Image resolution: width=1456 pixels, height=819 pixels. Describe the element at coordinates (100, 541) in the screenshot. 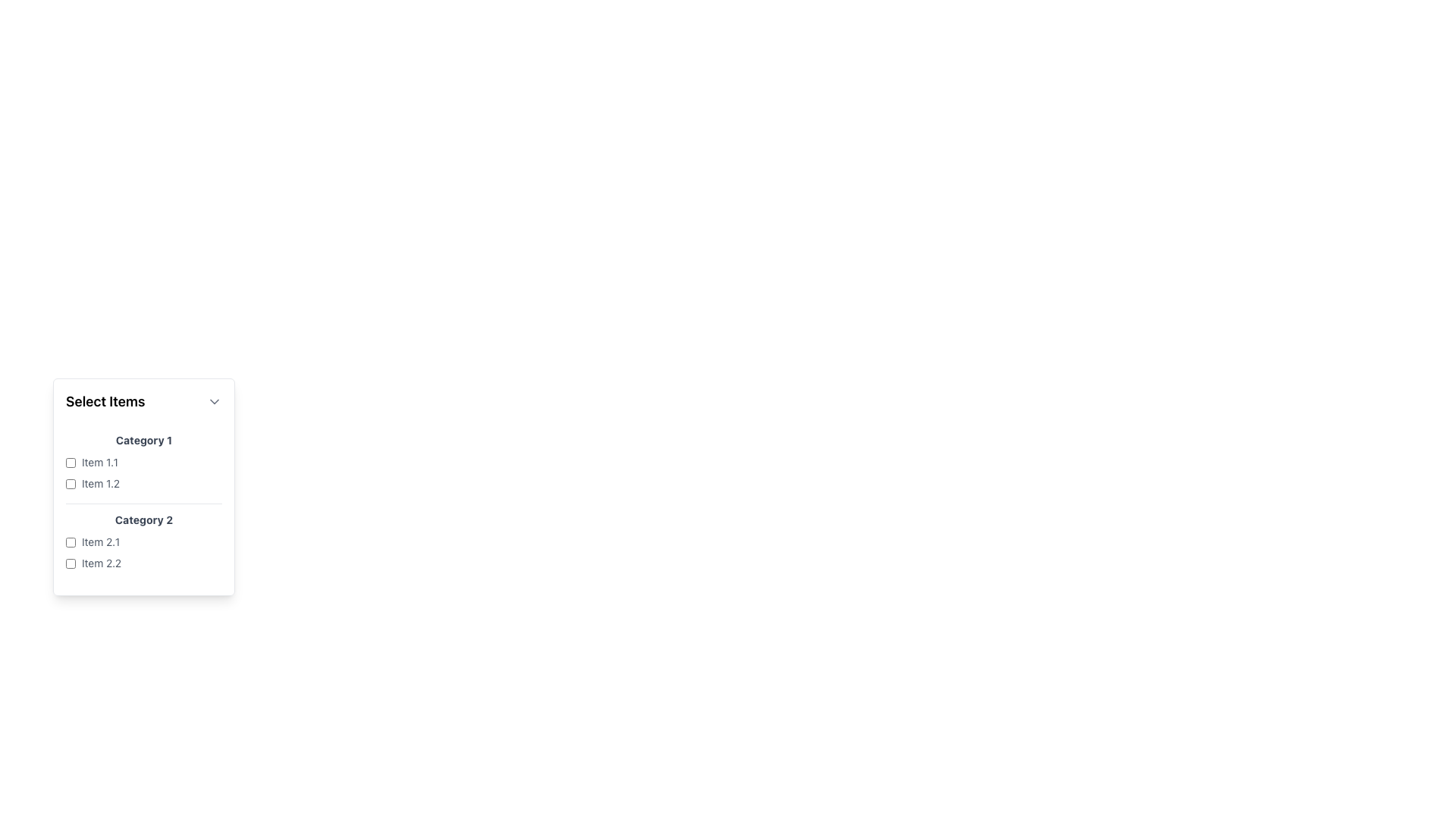

I see `text label 'Item 2.1' which is styled in gray and positioned next to its corresponding checkbox under the section 'Category 2'` at that location.